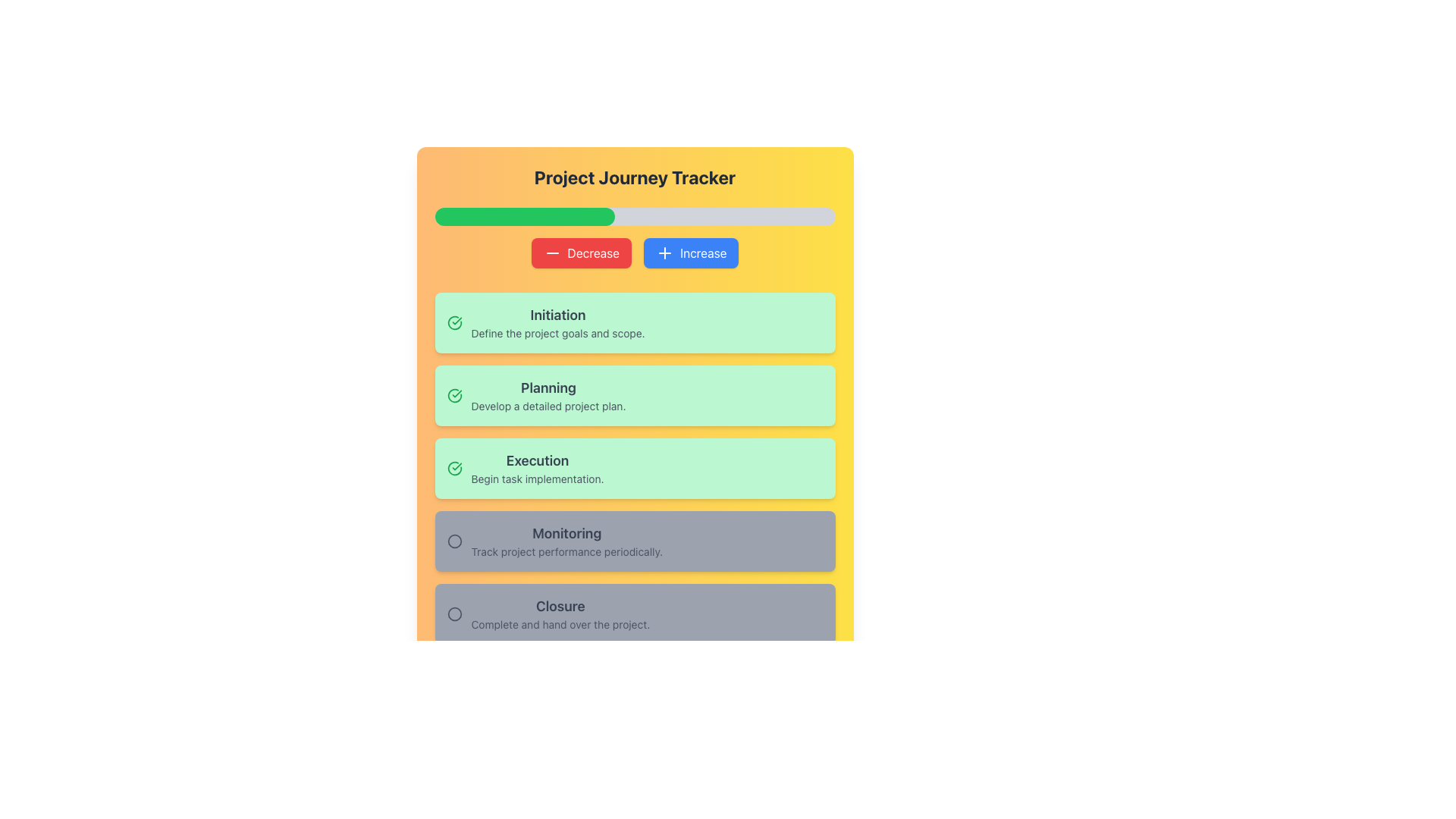 The height and width of the screenshot is (819, 1456). What do you see at coordinates (635, 614) in the screenshot?
I see `the 'Closure' status indicator located at the bottom of the vertically stacked list of status blocks` at bounding box center [635, 614].